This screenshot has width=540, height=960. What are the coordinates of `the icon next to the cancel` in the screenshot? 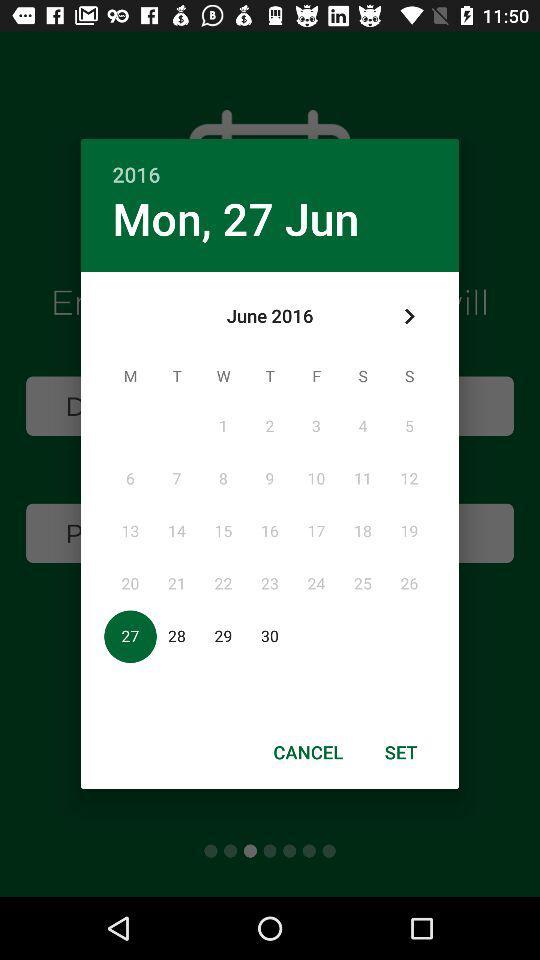 It's located at (401, 751).